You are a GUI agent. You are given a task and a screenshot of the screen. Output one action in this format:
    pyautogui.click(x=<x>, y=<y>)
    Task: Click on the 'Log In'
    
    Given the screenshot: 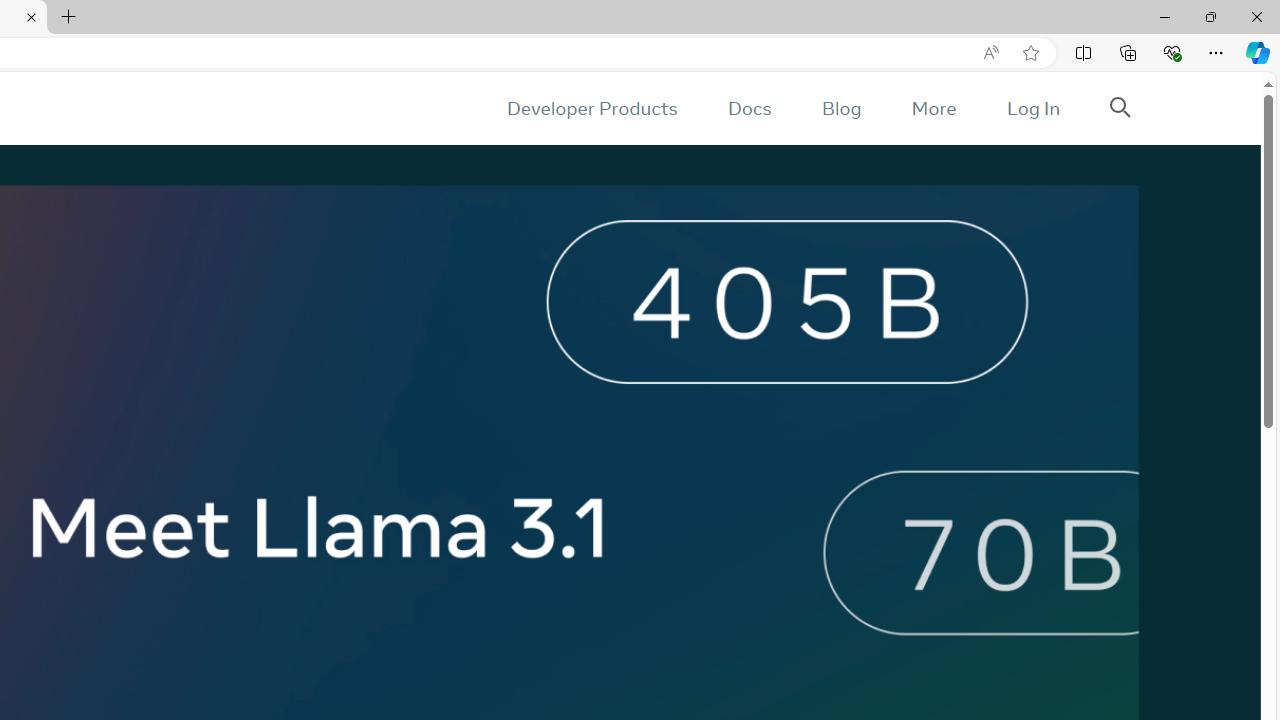 What is the action you would take?
    pyautogui.click(x=1032, y=108)
    